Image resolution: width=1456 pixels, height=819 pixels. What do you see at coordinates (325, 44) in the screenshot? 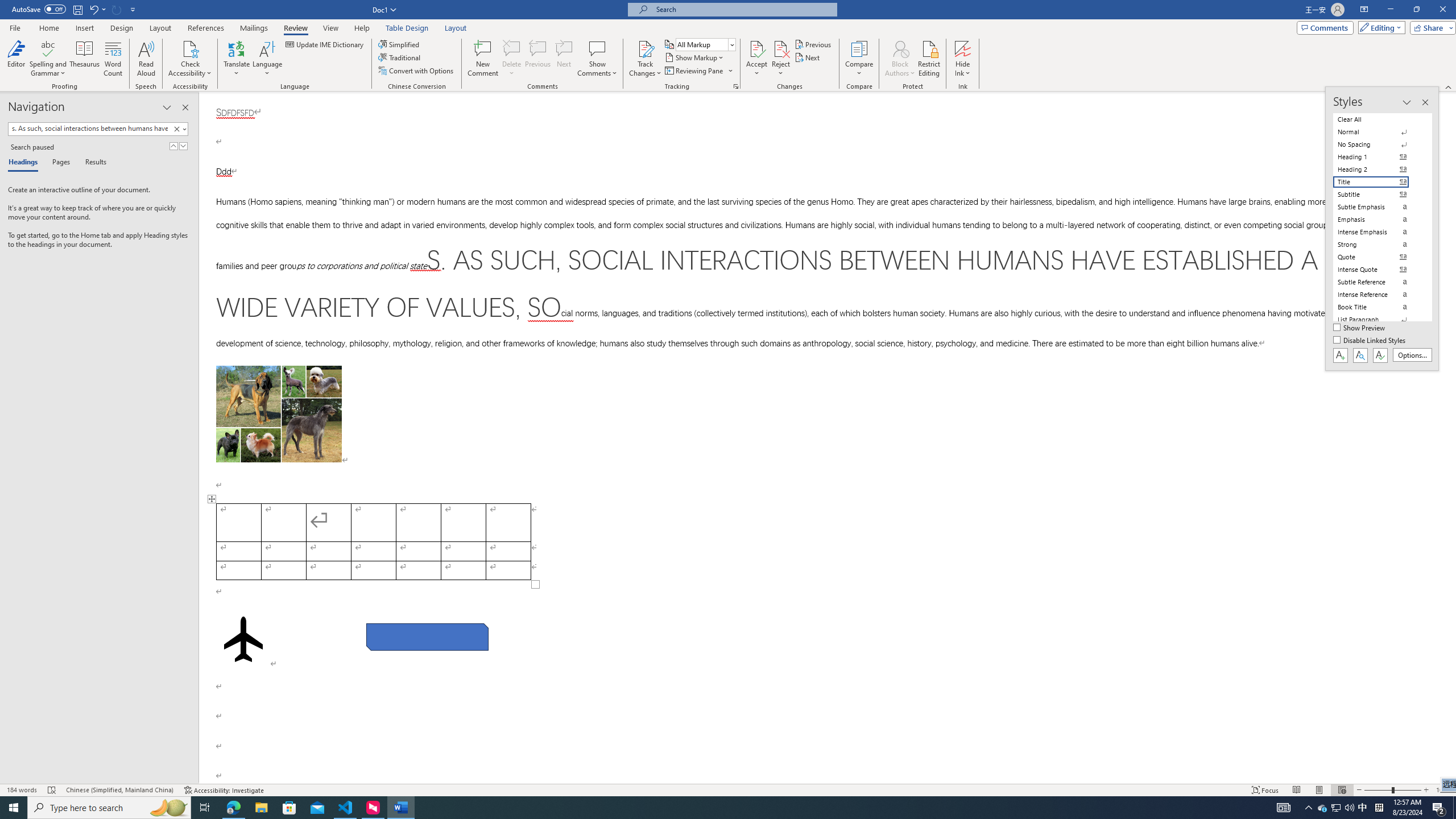
I see `'Update IME Dictionary...'` at bounding box center [325, 44].